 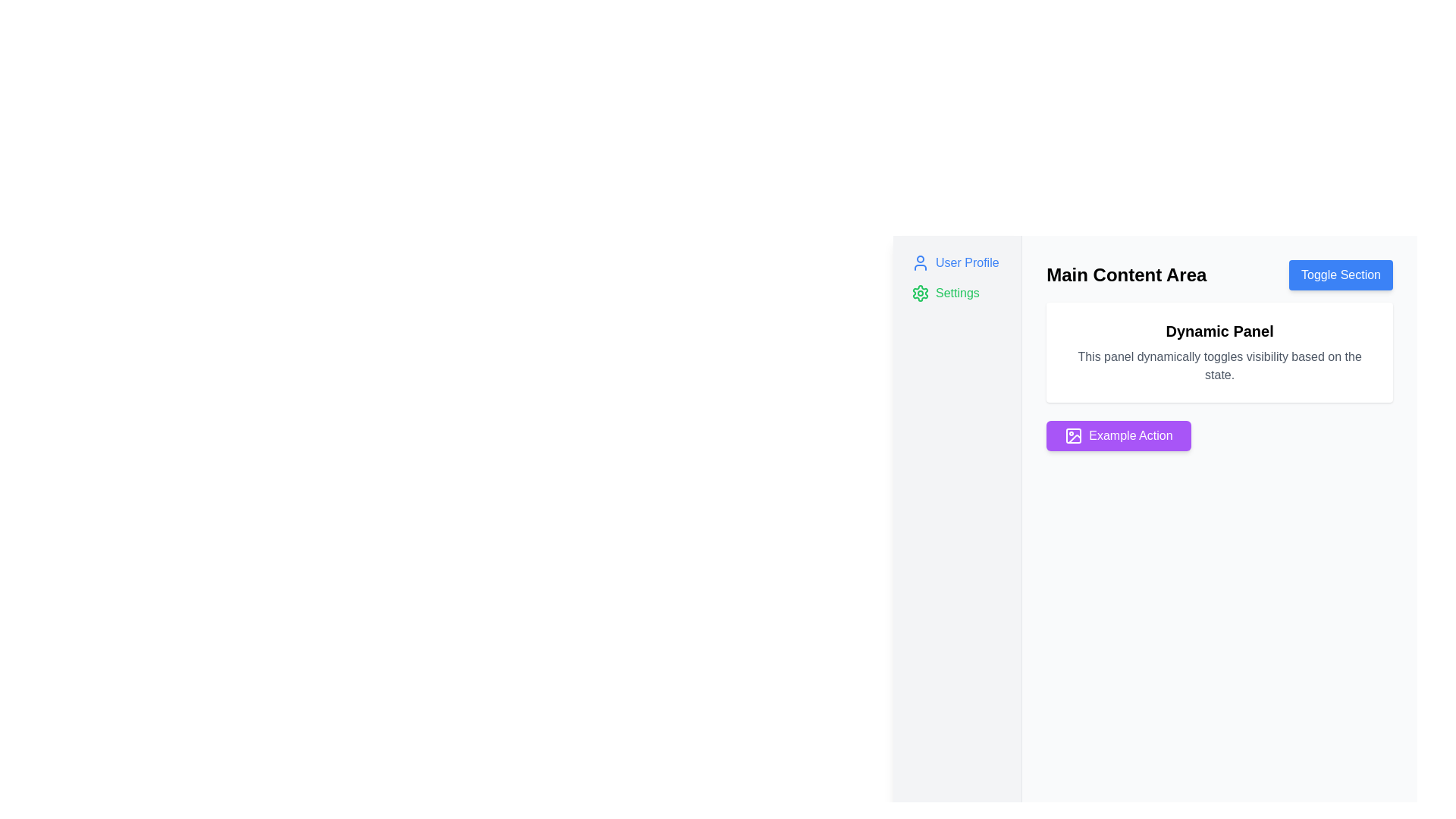 I want to click on the gear icon indicating settings, which is the second item in the vertical list of options on the left-hand panel, so click(x=920, y=293).